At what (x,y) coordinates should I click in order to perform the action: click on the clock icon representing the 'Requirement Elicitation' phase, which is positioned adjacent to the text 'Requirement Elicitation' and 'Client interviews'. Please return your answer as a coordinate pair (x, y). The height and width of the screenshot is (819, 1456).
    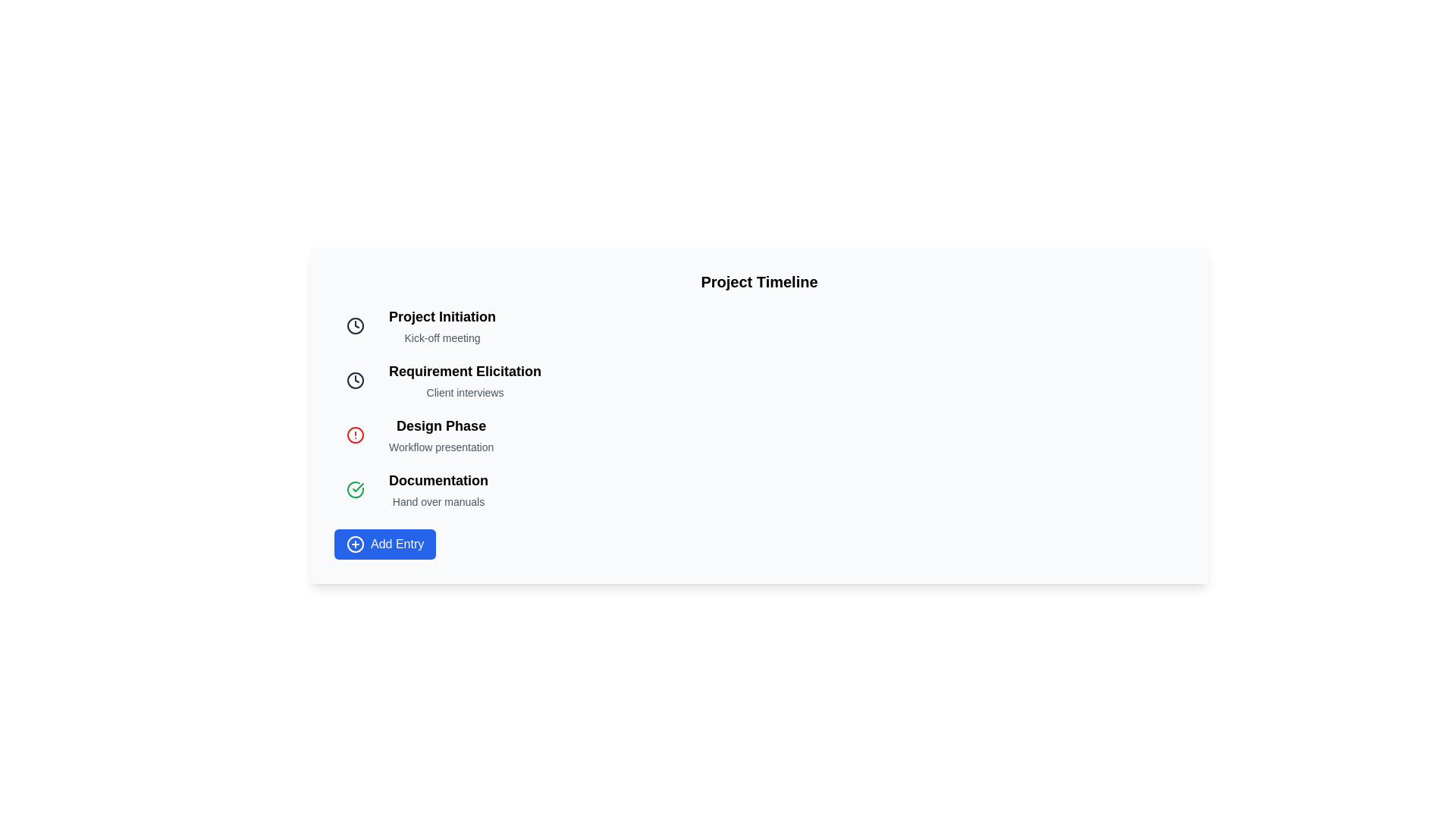
    Looking at the image, I should click on (355, 379).